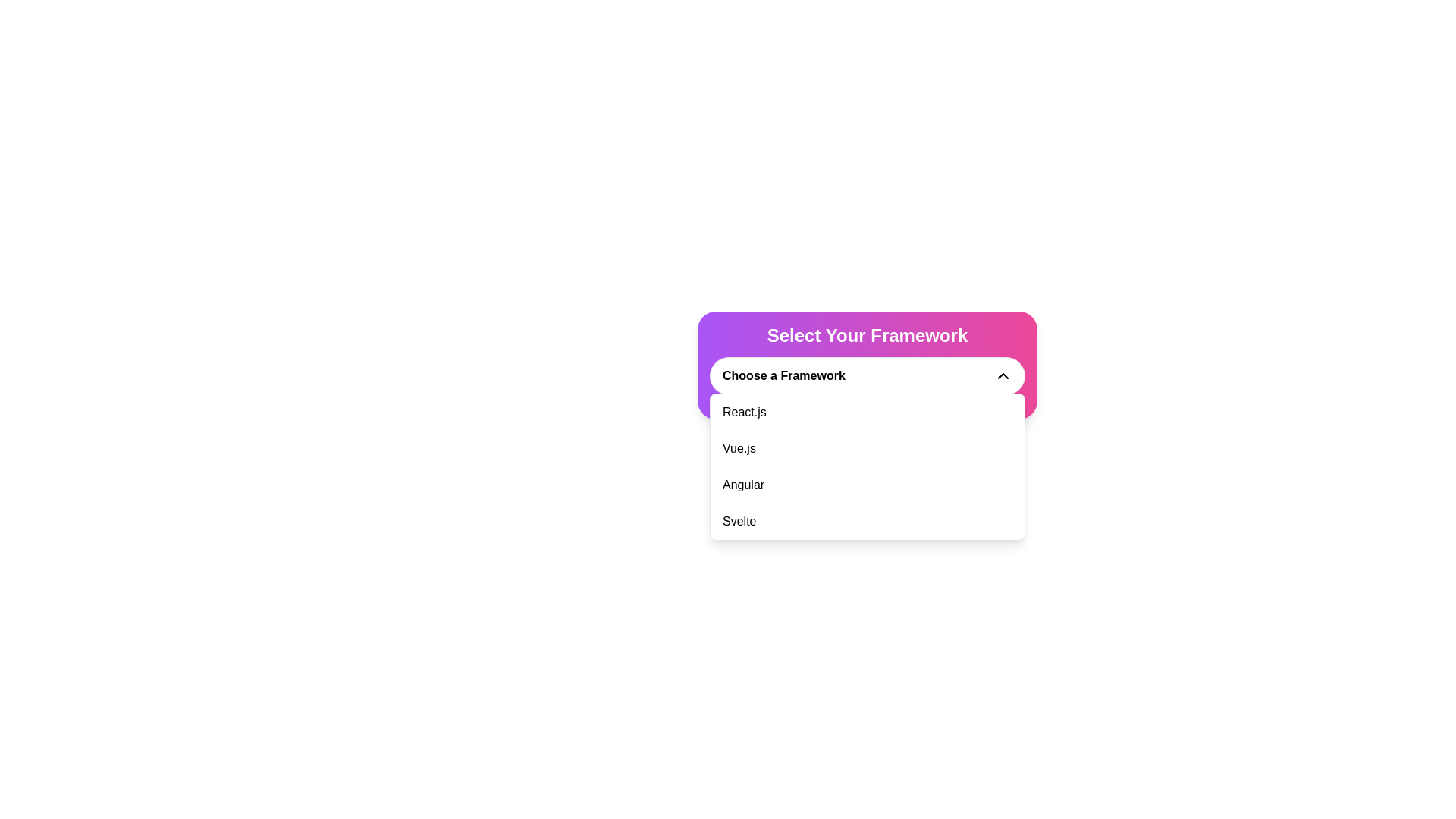  I want to click on the fourth item in the dropdown menu labeled 'Svelte', so click(867, 520).